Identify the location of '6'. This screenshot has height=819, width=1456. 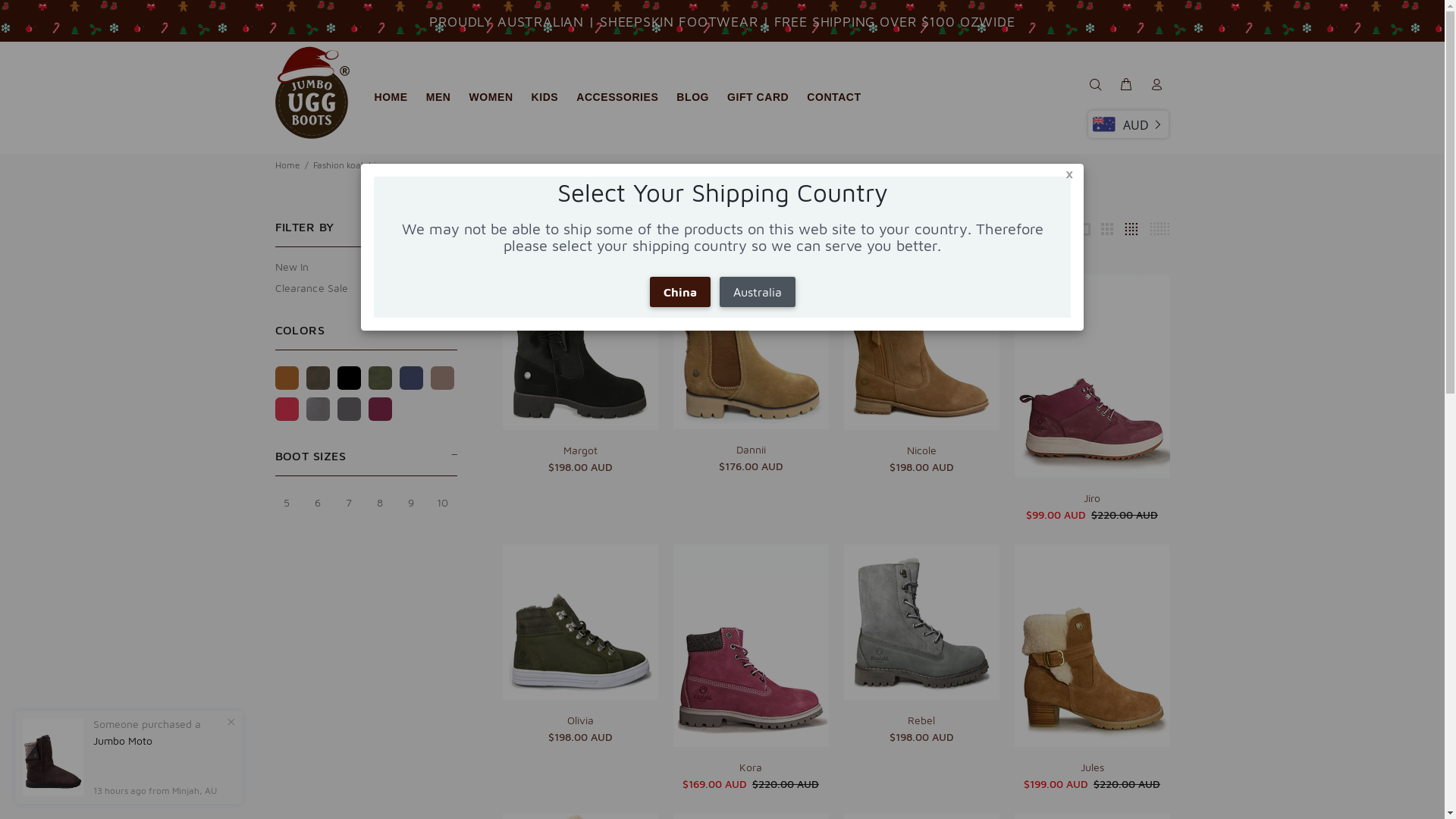
(317, 503).